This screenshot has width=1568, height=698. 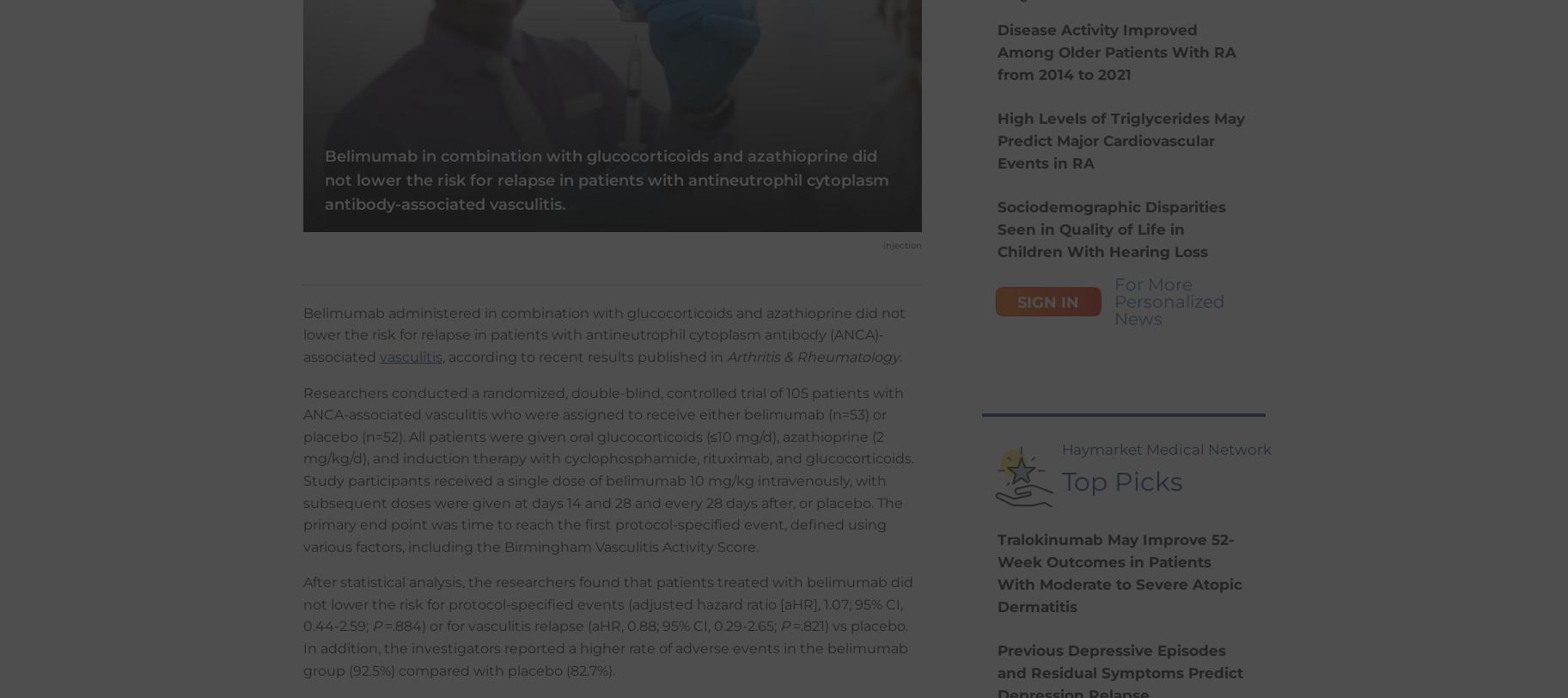 What do you see at coordinates (607, 604) in the screenshot?
I see `'After statistical analysis, the researchers found that patients treated with belimumab did not lower the risk for protocol-specified events (adjusted hazard ratio [aHR], 1.07; 95% CI, 0.44-2.59;'` at bounding box center [607, 604].